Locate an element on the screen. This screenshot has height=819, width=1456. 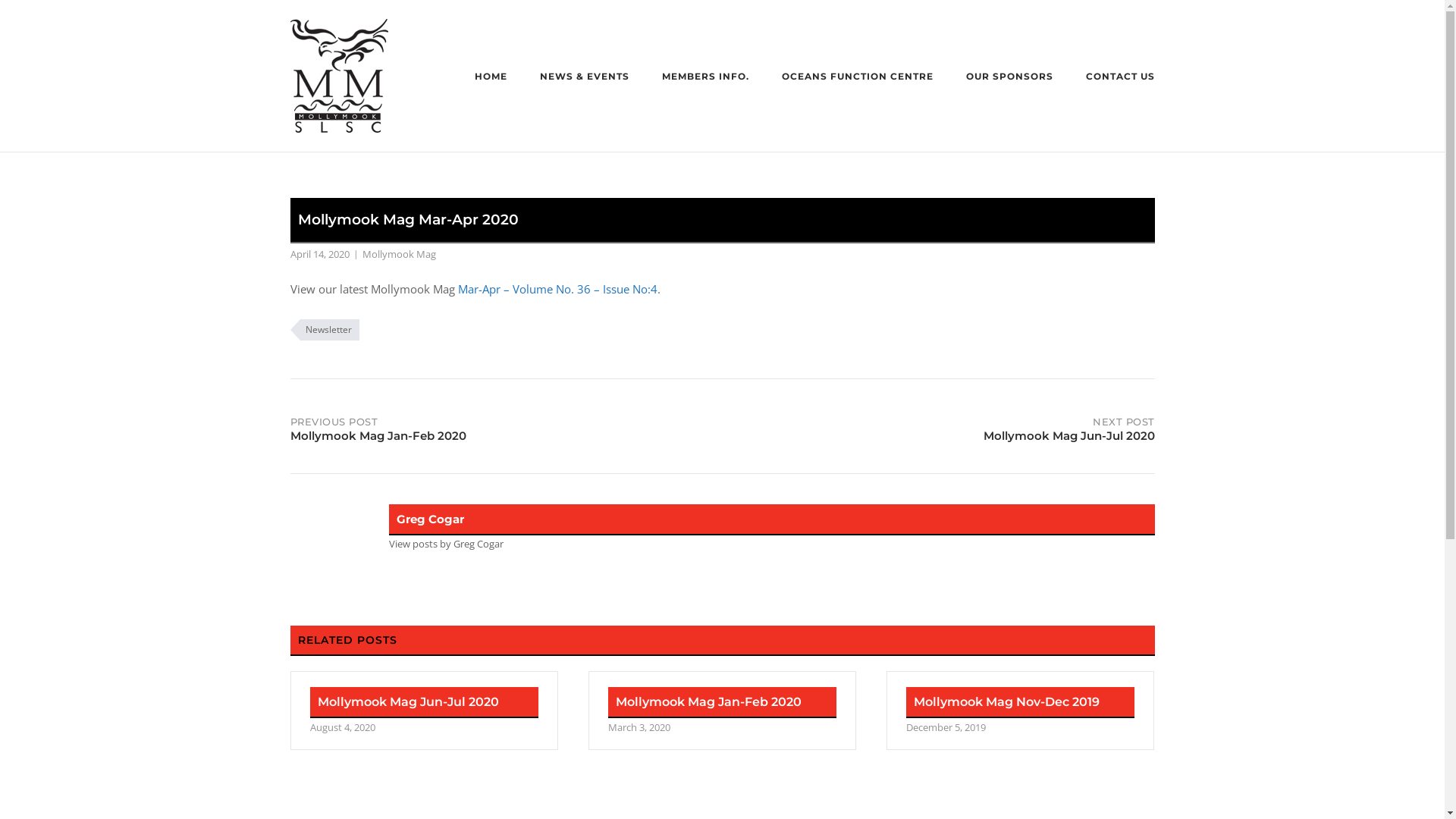
'Mollymook Mag Jan-Feb 2020 is located at coordinates (721, 711).